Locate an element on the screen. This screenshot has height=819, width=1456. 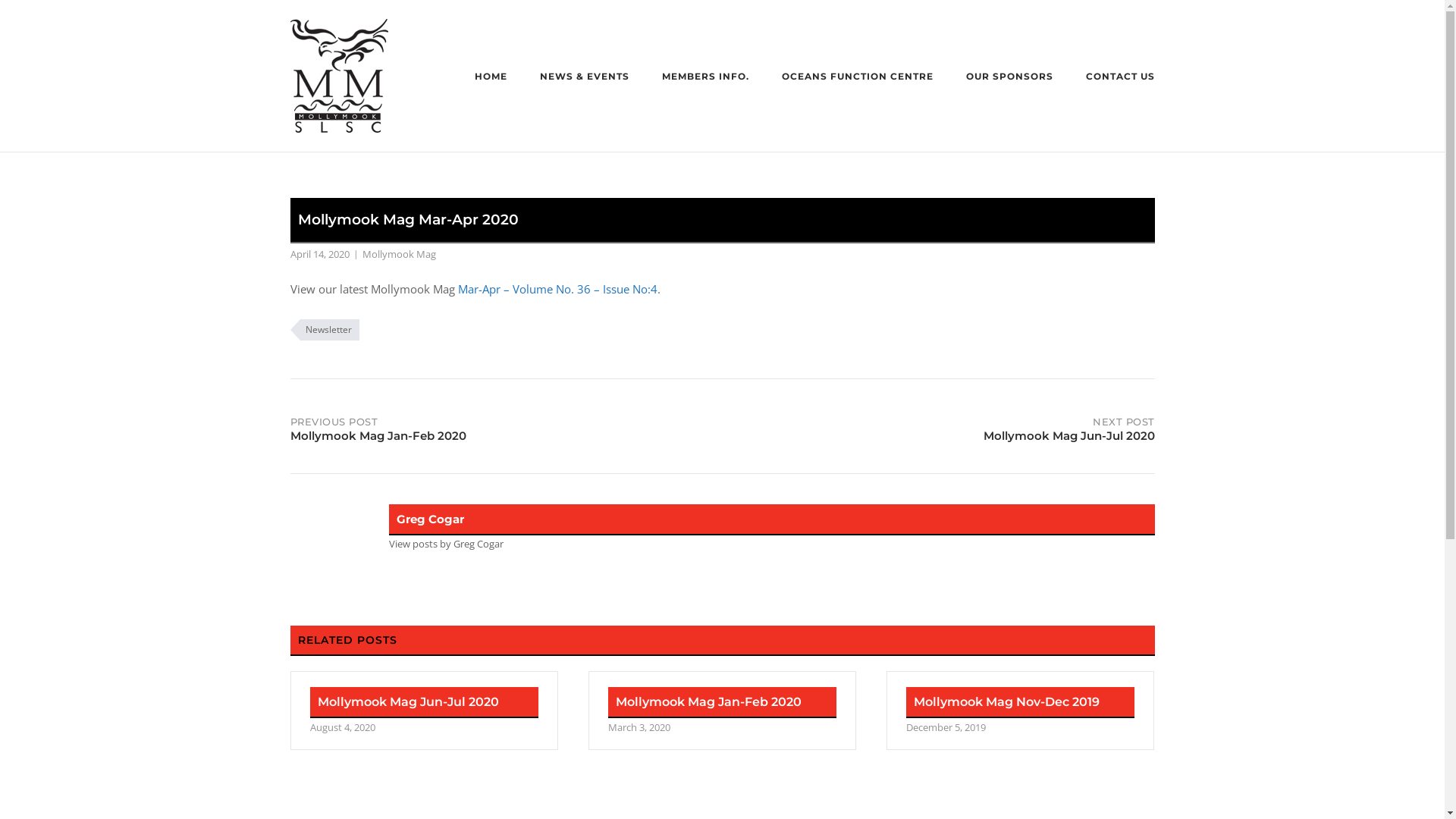
'Mollymook Mag Jan-Feb 2020 is located at coordinates (721, 711).